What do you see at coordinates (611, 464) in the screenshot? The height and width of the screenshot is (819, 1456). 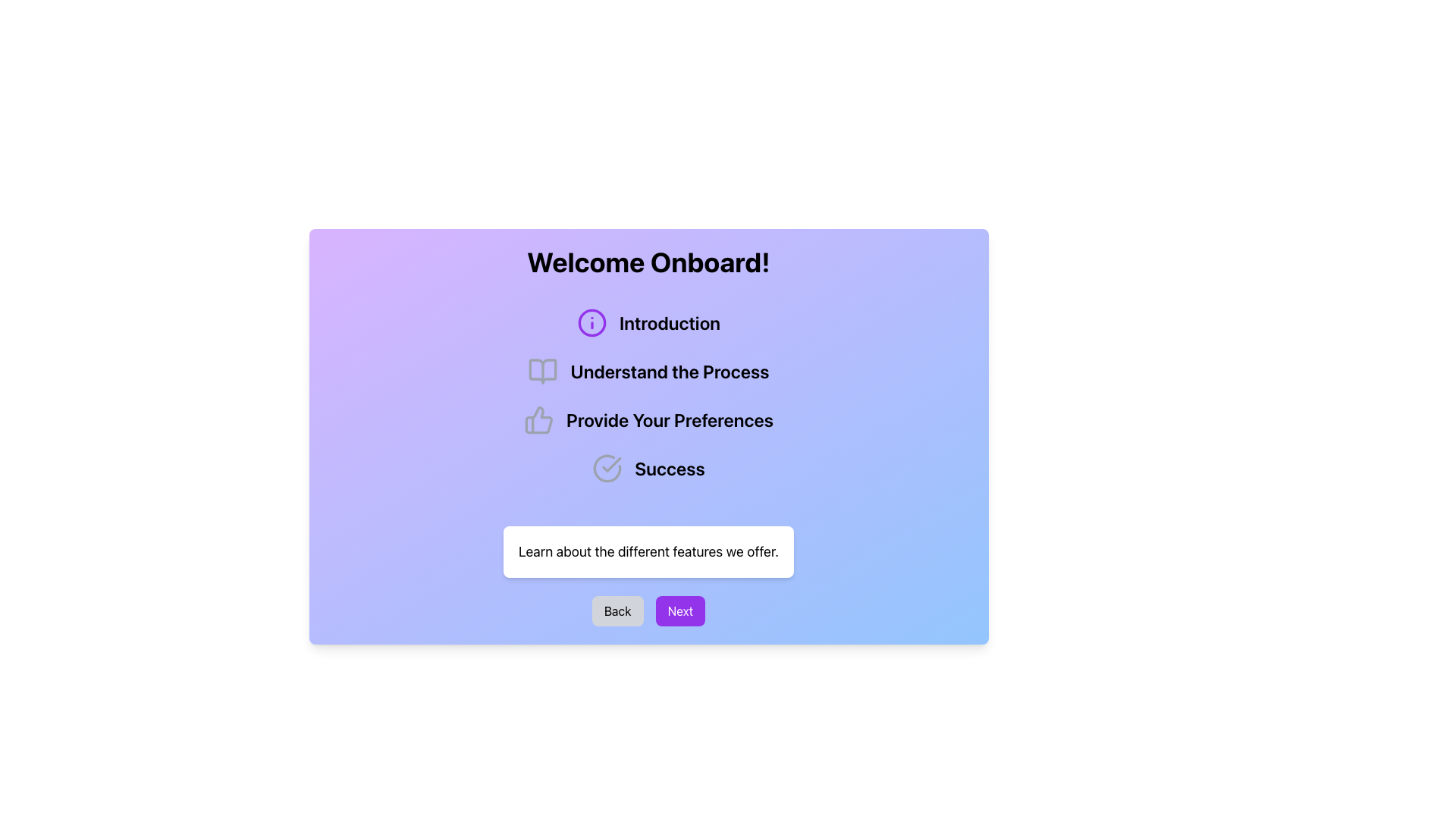 I see `the 'check' icon located in the bottom-right quadrant of the SVG circle representing the 'Success' step in the vertical sequence` at bounding box center [611, 464].